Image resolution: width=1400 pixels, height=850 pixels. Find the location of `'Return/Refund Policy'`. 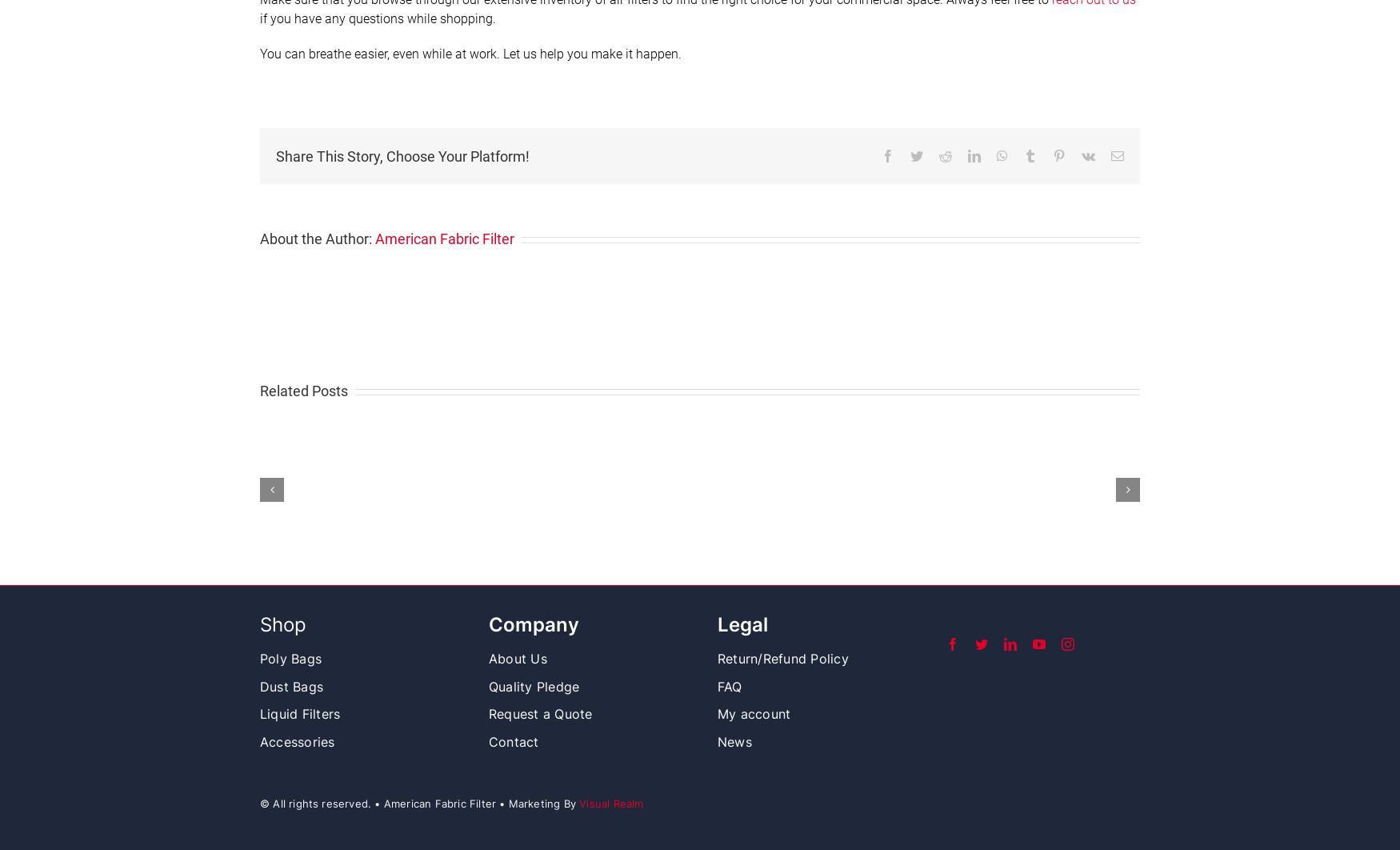

'Return/Refund Policy' is located at coordinates (782, 658).